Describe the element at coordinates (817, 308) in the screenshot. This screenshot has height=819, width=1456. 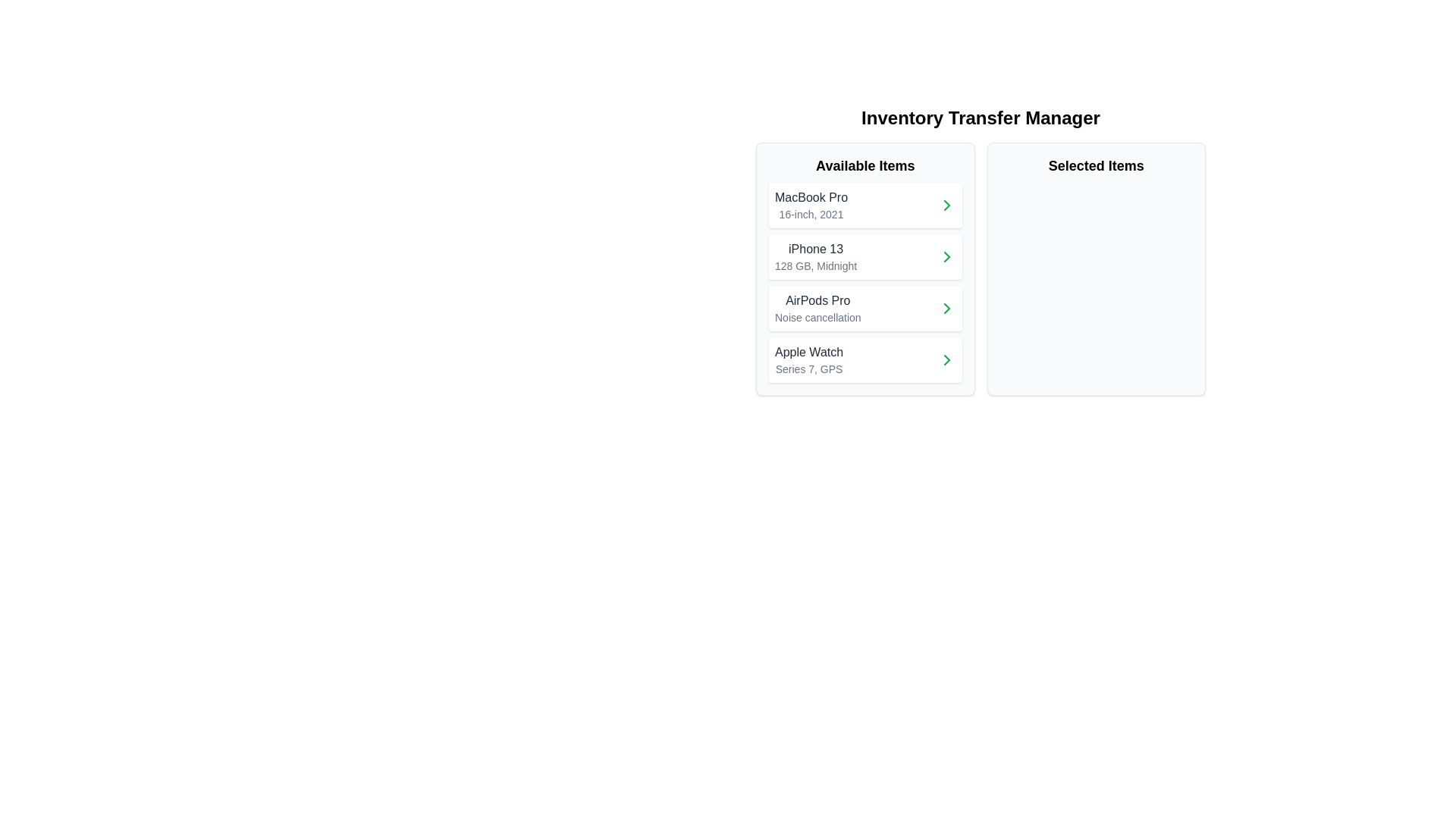
I see `the 'AirPods Pro' text block in the 'Available Items' section` at that location.